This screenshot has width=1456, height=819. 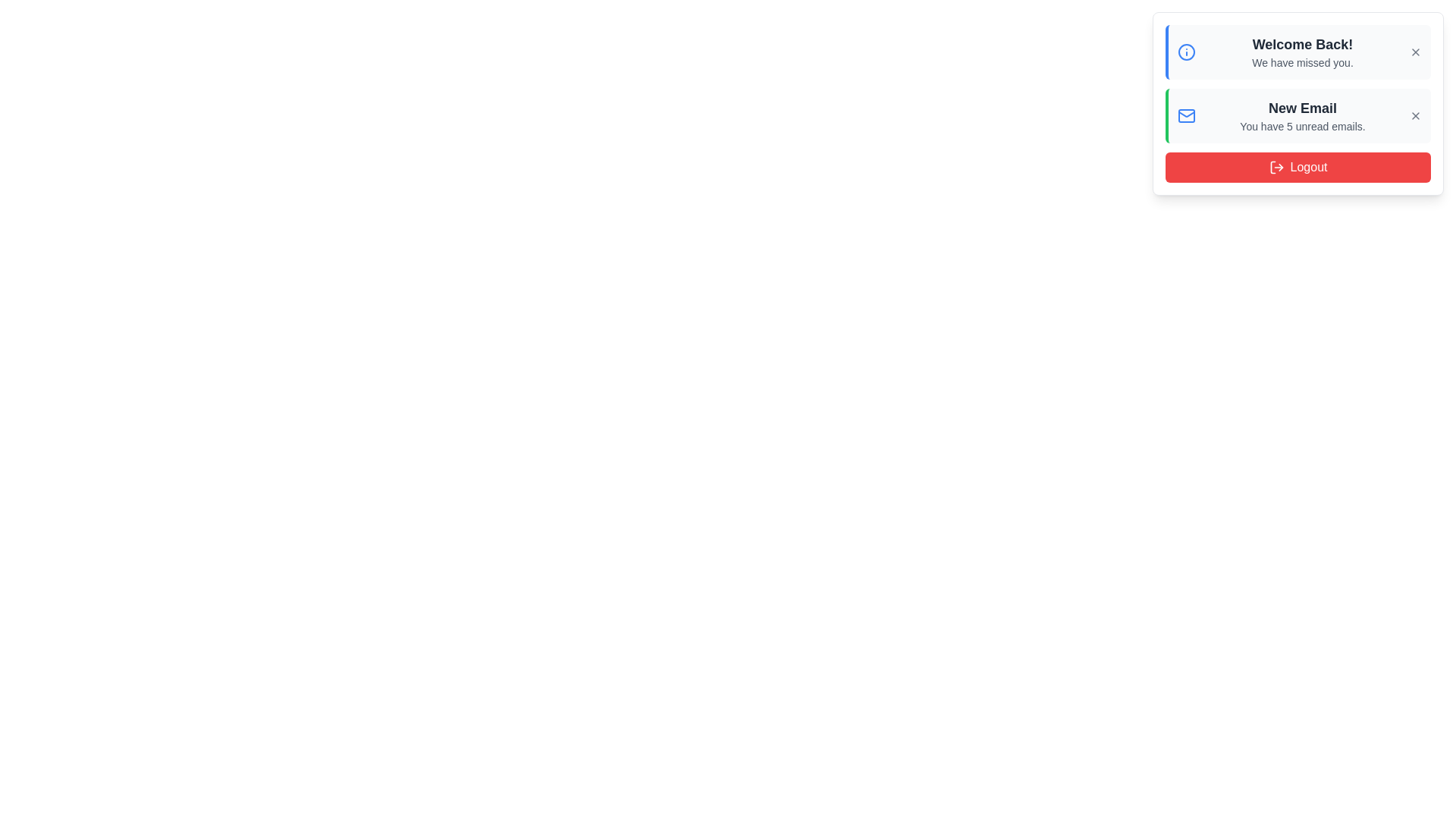 I want to click on the small 'x' icon button at the top-right corner of the 'New Email' notification card, so click(x=1415, y=115).